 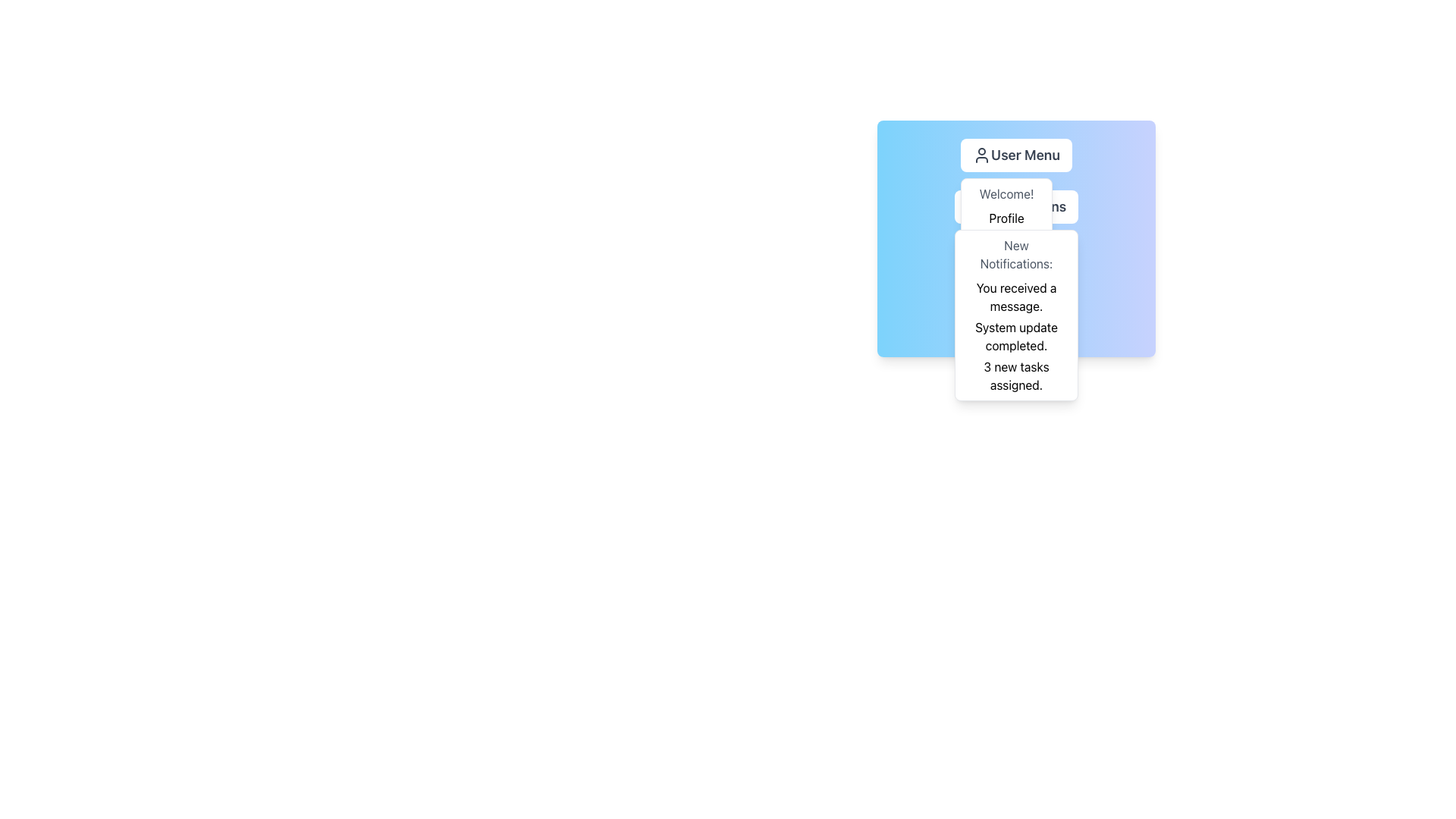 I want to click on text 'New Notifications:' from the header label positioned at the top of the notifications dropdown, so click(x=1016, y=253).